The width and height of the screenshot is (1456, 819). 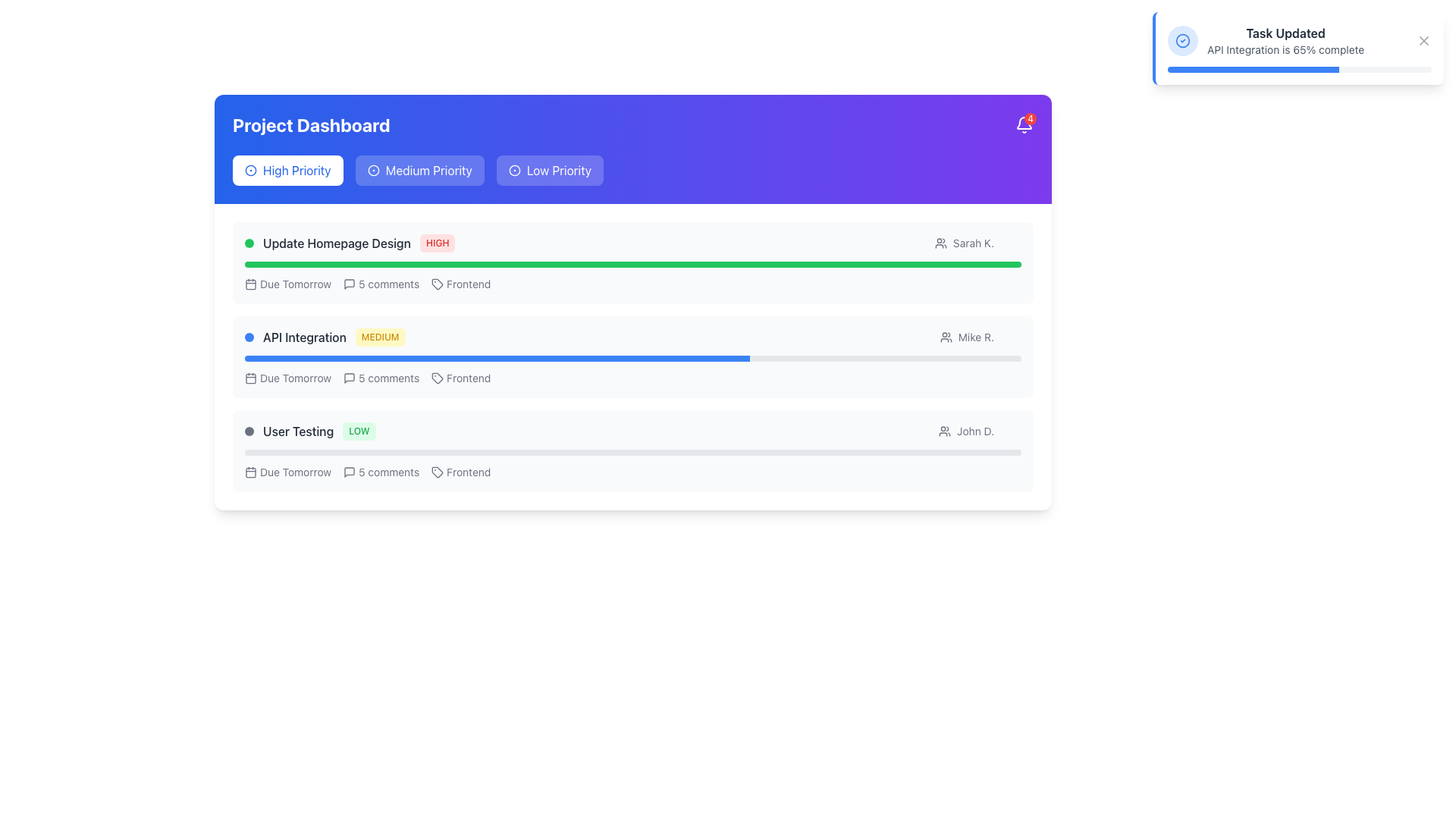 I want to click on the circular outline with a blue stroke, located within the notification icon in the top-right corner of the dashboard heading section, which is associated with the 'Low Priority' label, so click(x=514, y=170).